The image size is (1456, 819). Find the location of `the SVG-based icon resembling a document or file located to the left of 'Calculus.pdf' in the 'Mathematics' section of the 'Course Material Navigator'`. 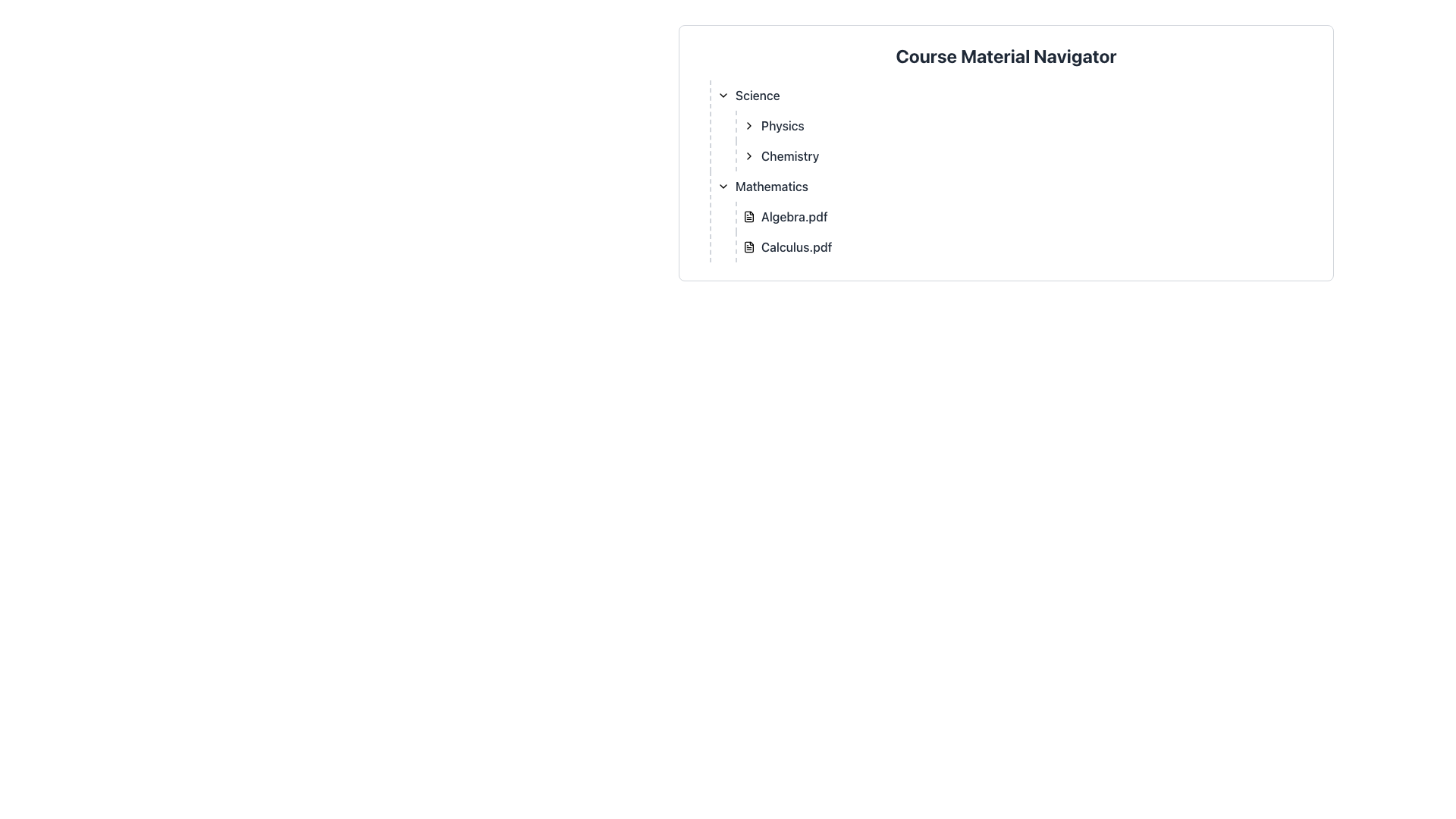

the SVG-based icon resembling a document or file located to the left of 'Calculus.pdf' in the 'Mathematics' section of the 'Course Material Navigator' is located at coordinates (749, 246).